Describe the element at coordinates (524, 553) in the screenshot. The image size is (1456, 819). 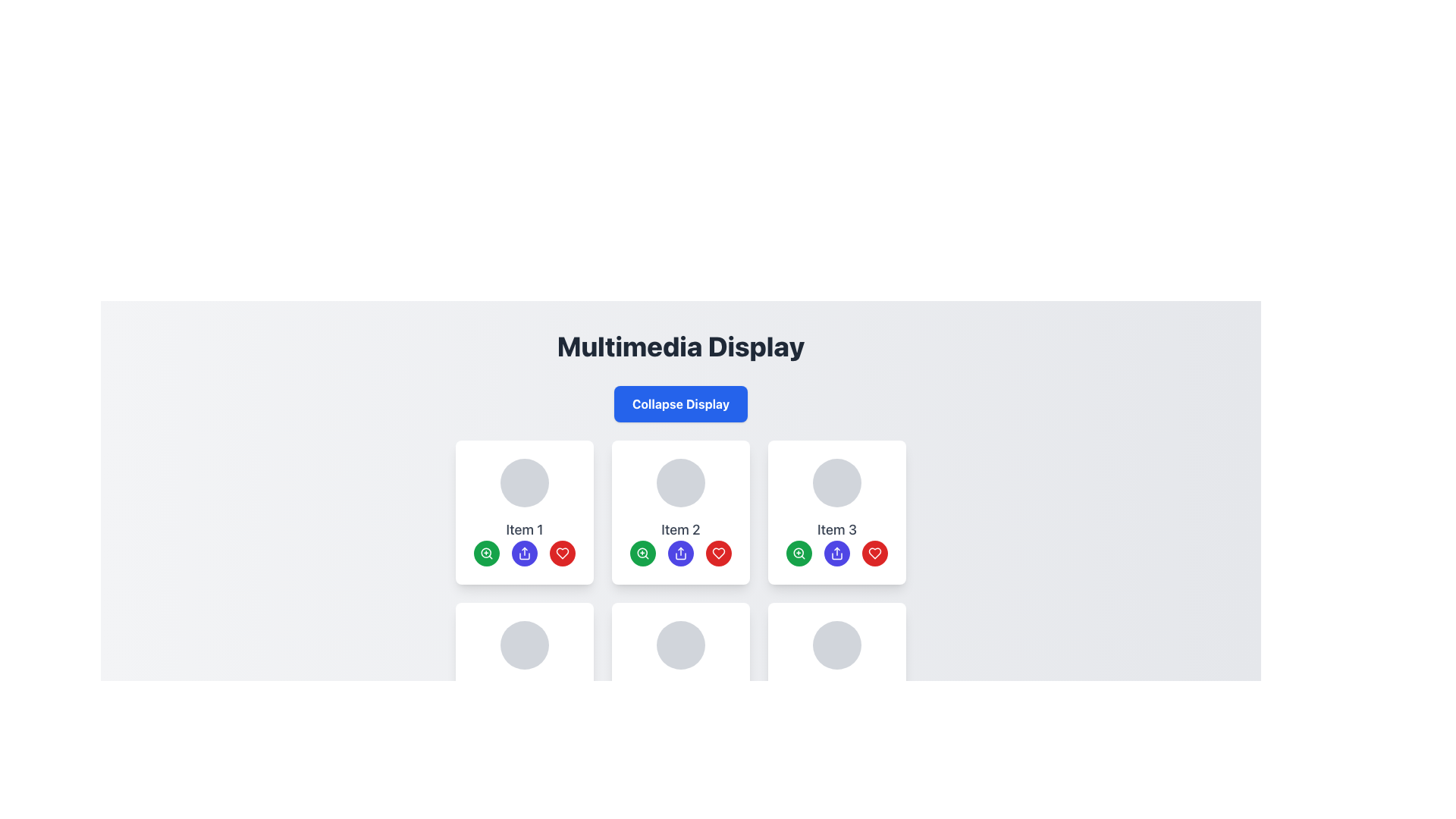
I see `the circular blue button with a white sharing icon located in the control row of the card labeled 'Item 1', which is the second button from the left` at that location.